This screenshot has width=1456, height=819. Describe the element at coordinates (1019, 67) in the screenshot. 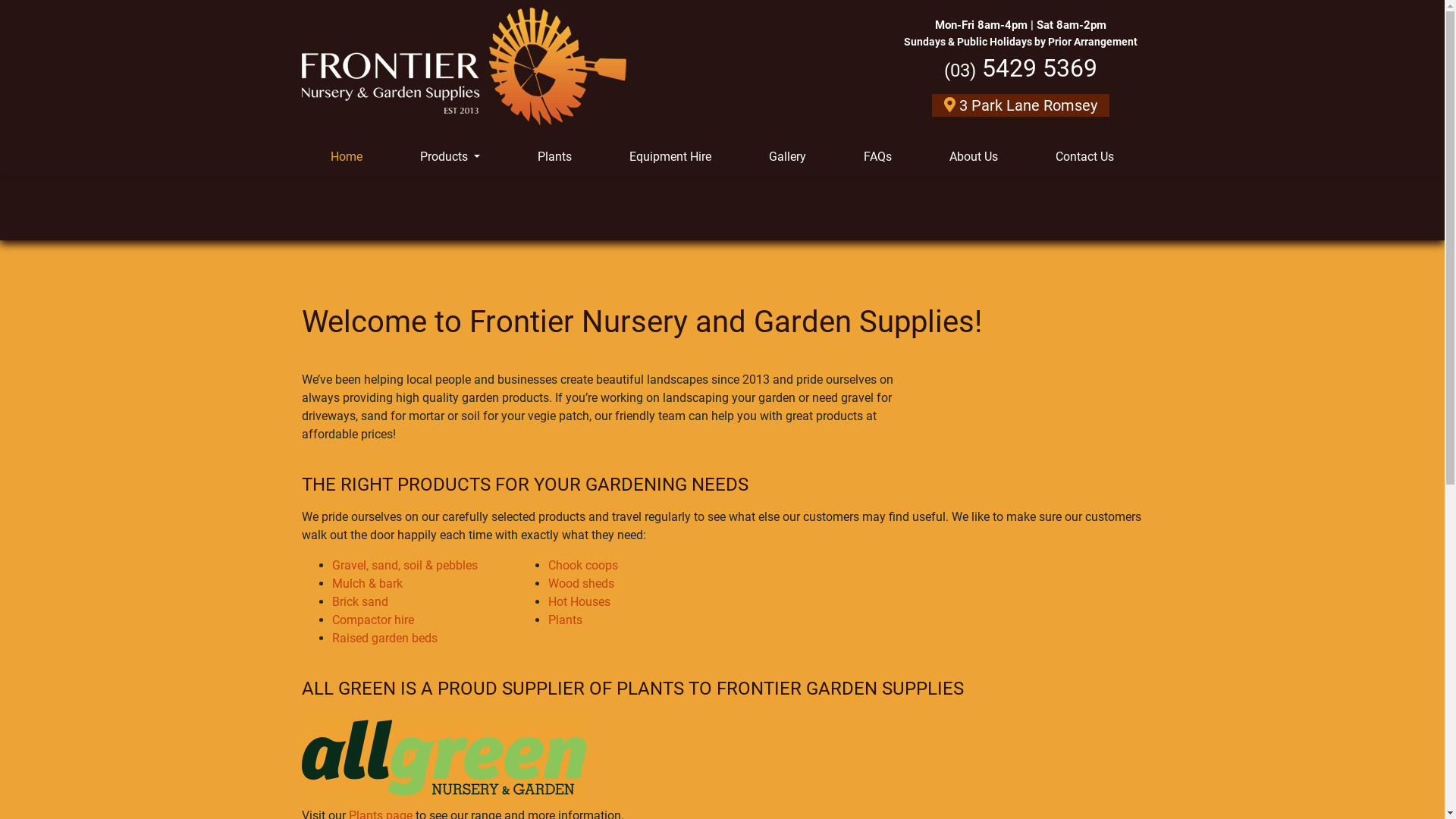

I see `'(03) 5429 5369'` at that location.